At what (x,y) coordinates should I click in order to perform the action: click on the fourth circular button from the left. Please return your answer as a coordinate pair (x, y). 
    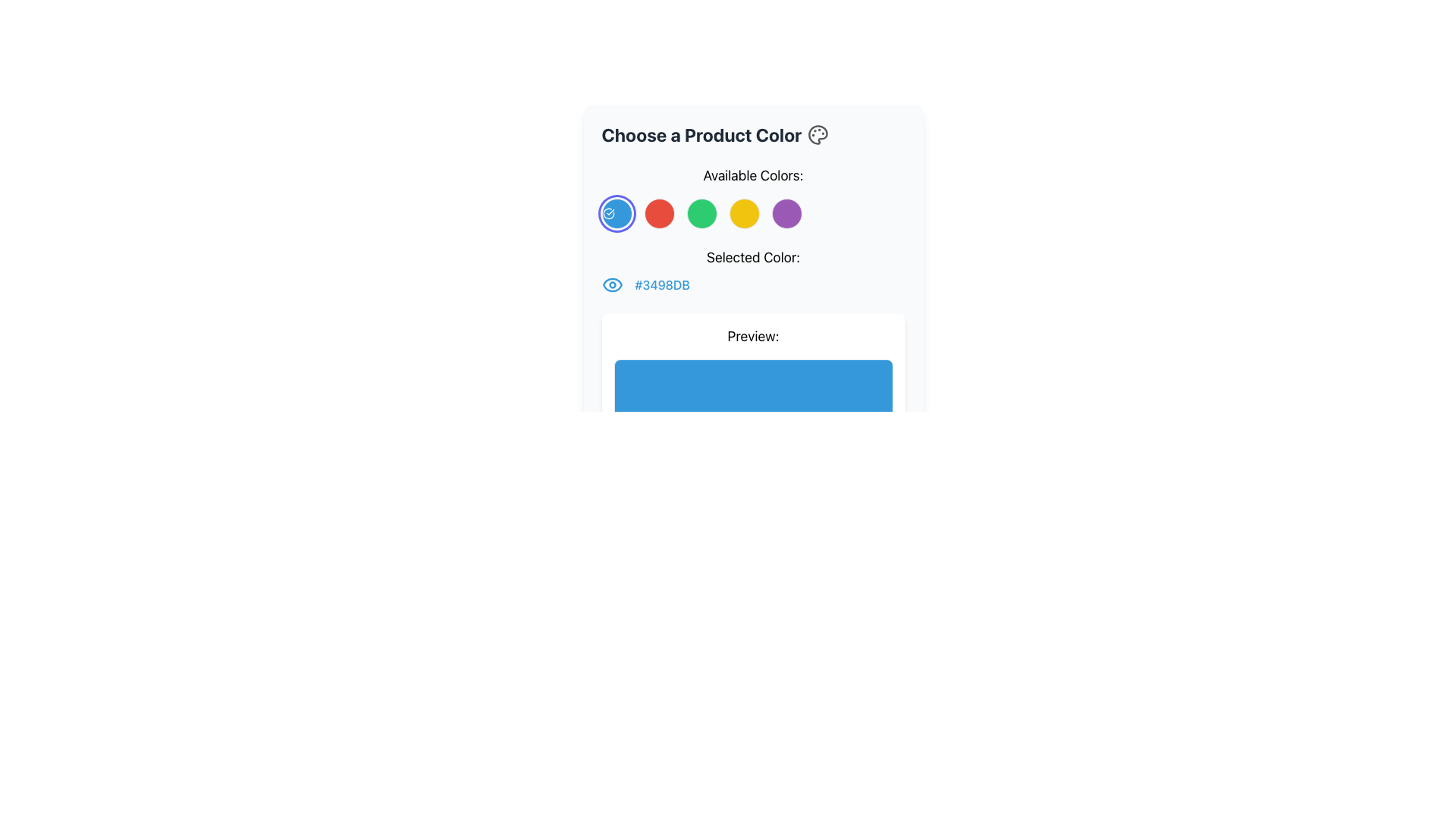
    Looking at the image, I should click on (701, 213).